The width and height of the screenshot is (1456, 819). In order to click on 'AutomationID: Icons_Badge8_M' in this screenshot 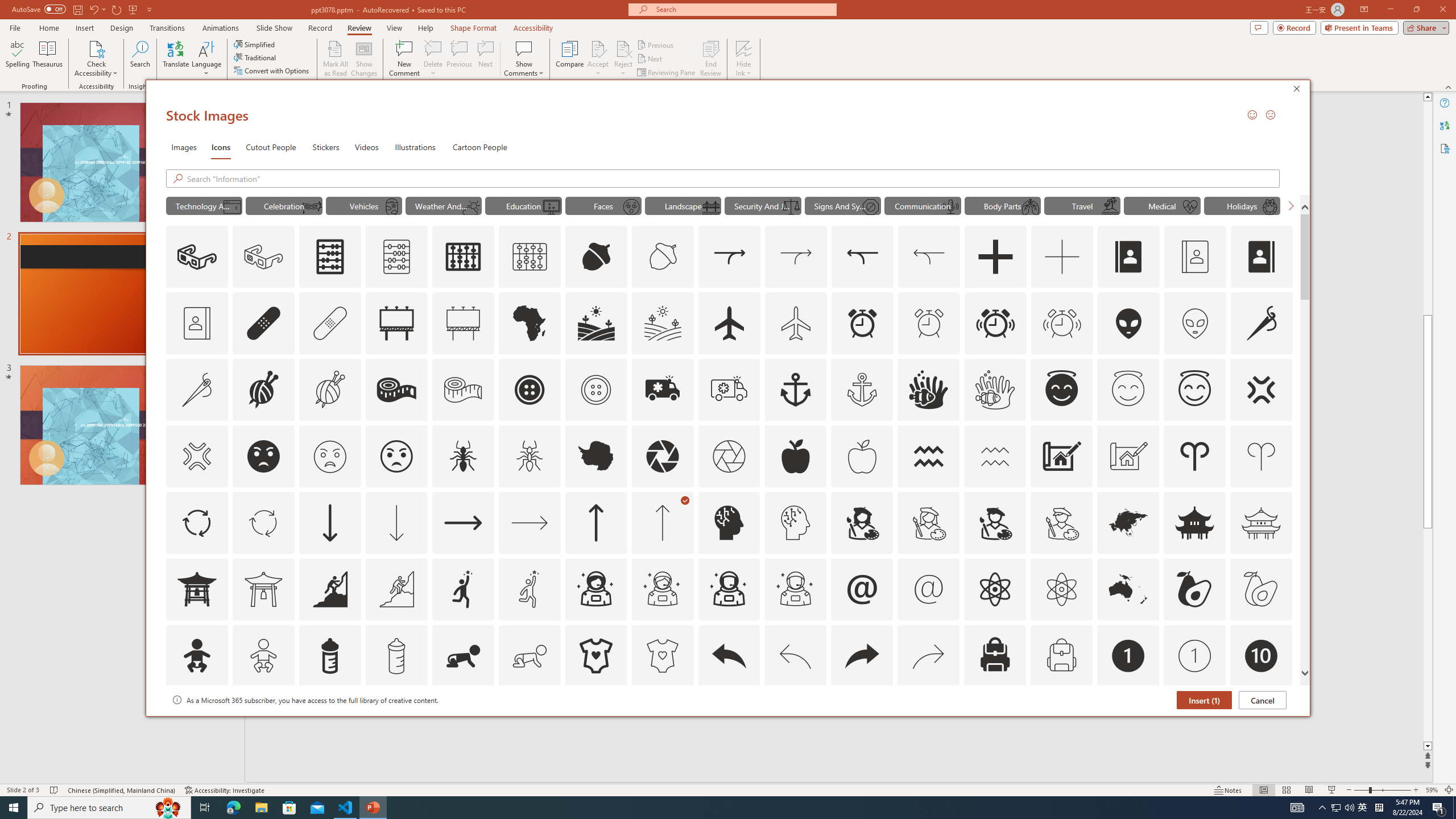, I will do `click(1128, 722)`.